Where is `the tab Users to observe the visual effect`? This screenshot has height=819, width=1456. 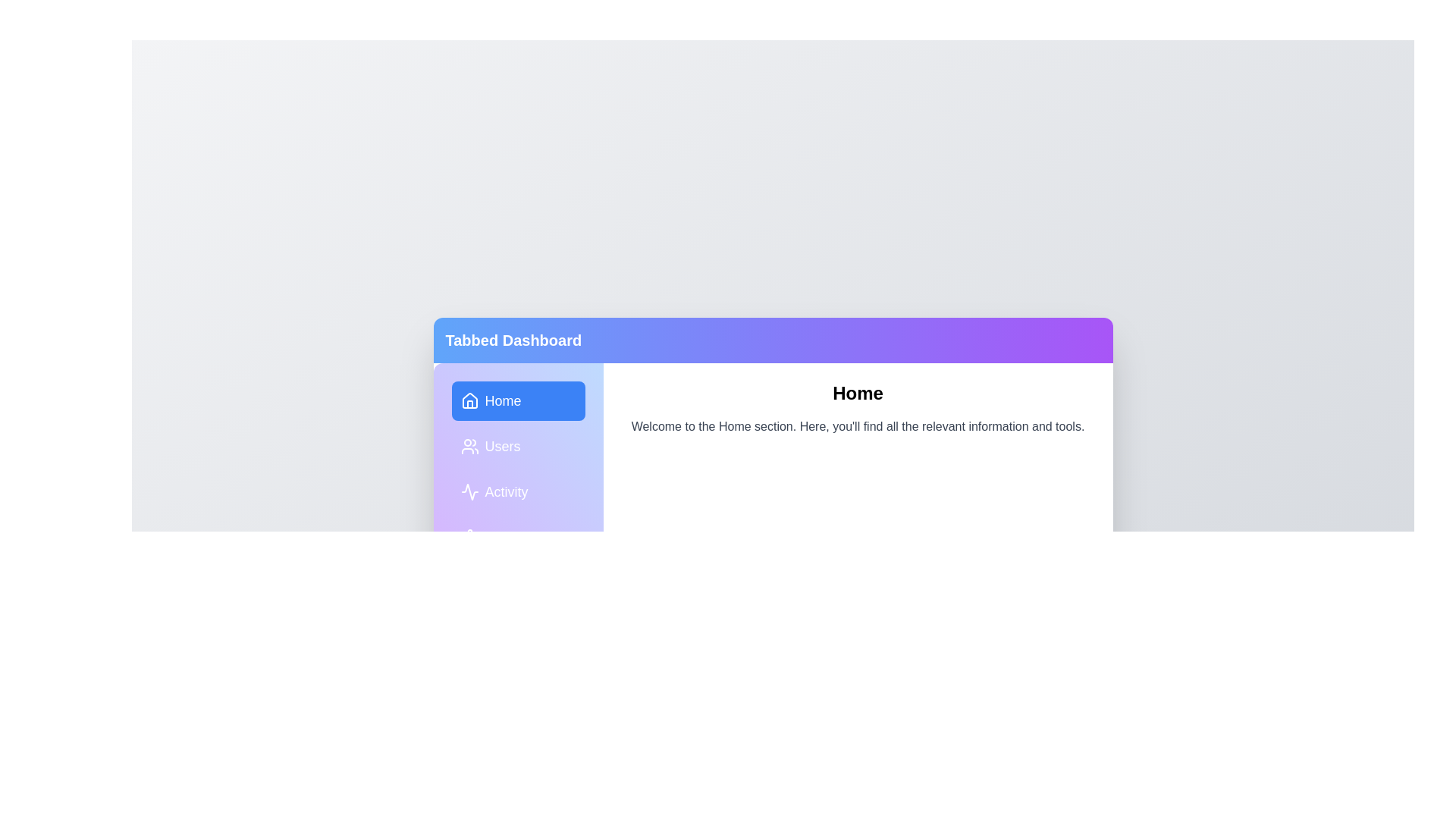 the tab Users to observe the visual effect is located at coordinates (518, 446).